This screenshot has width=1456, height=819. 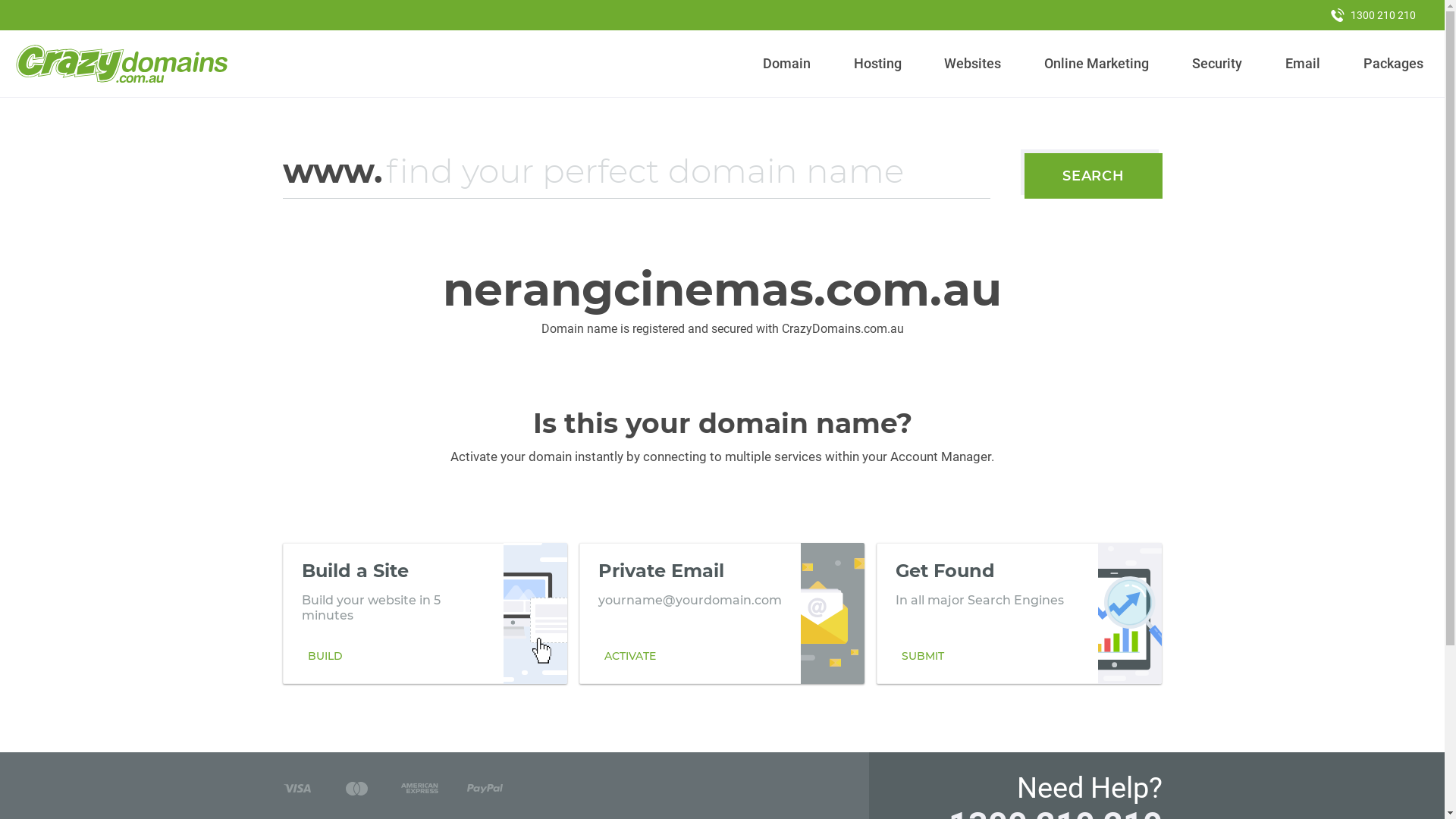 I want to click on 'Online Marketing', so click(x=1097, y=63).